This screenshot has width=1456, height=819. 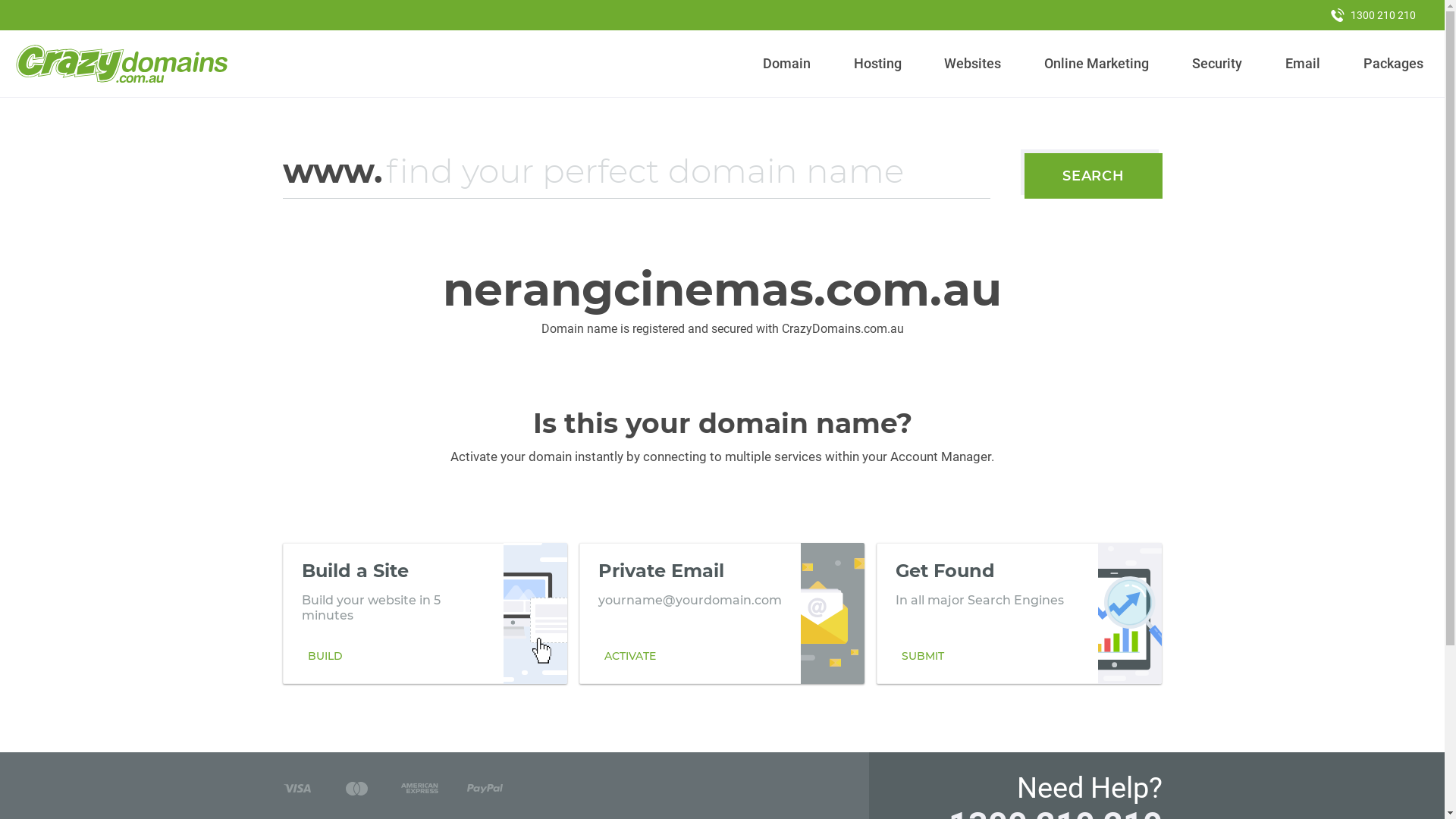 I want to click on 'Online Marketing', so click(x=1097, y=63).